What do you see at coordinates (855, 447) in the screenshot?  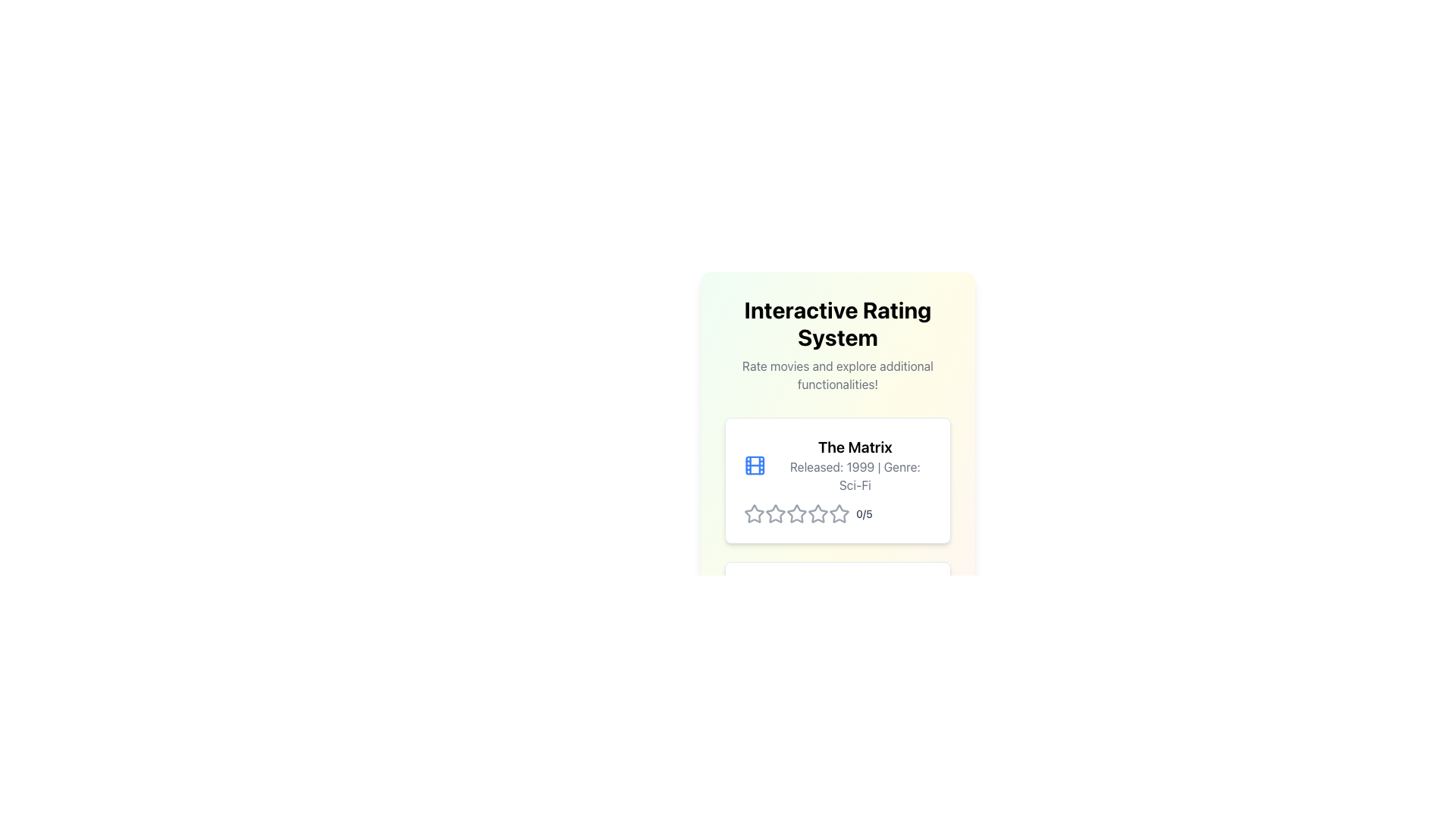 I see `the movie title text label located at the top of the movie description card, which is horizontally centered and provides the main identifier for the movie information` at bounding box center [855, 447].